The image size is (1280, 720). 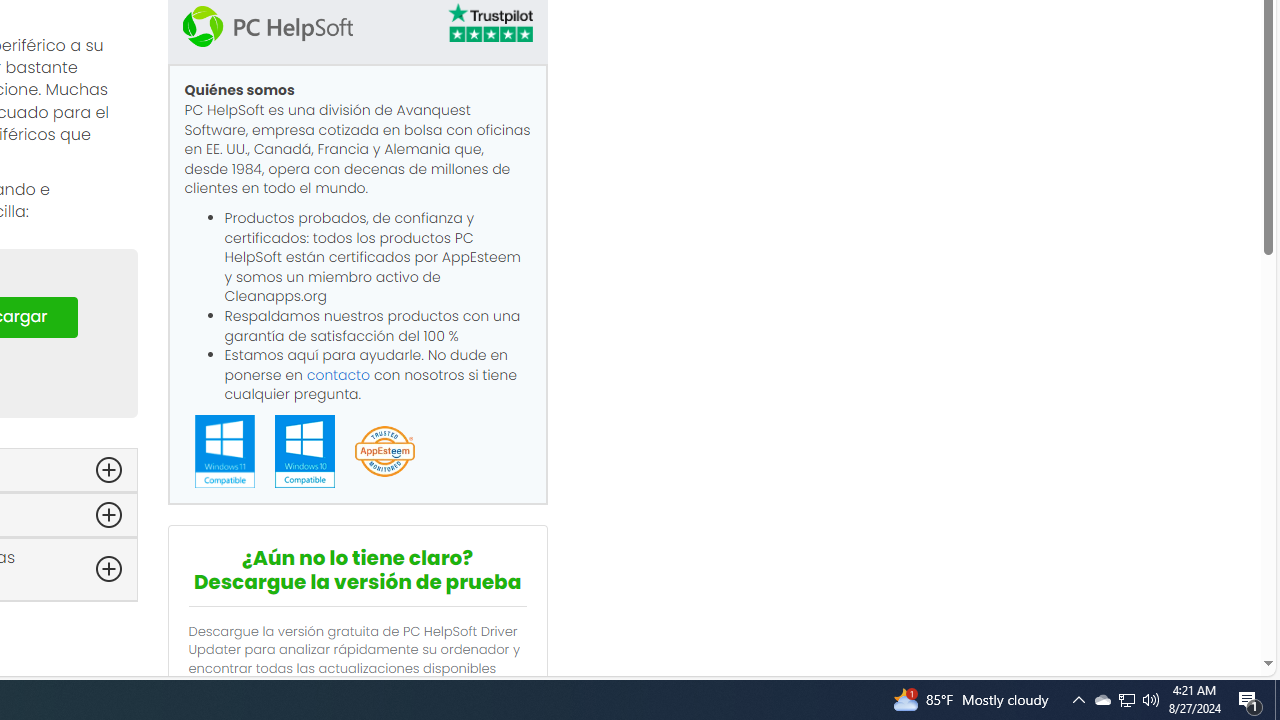 I want to click on 'Windows 11 Compatible', so click(x=224, y=451).